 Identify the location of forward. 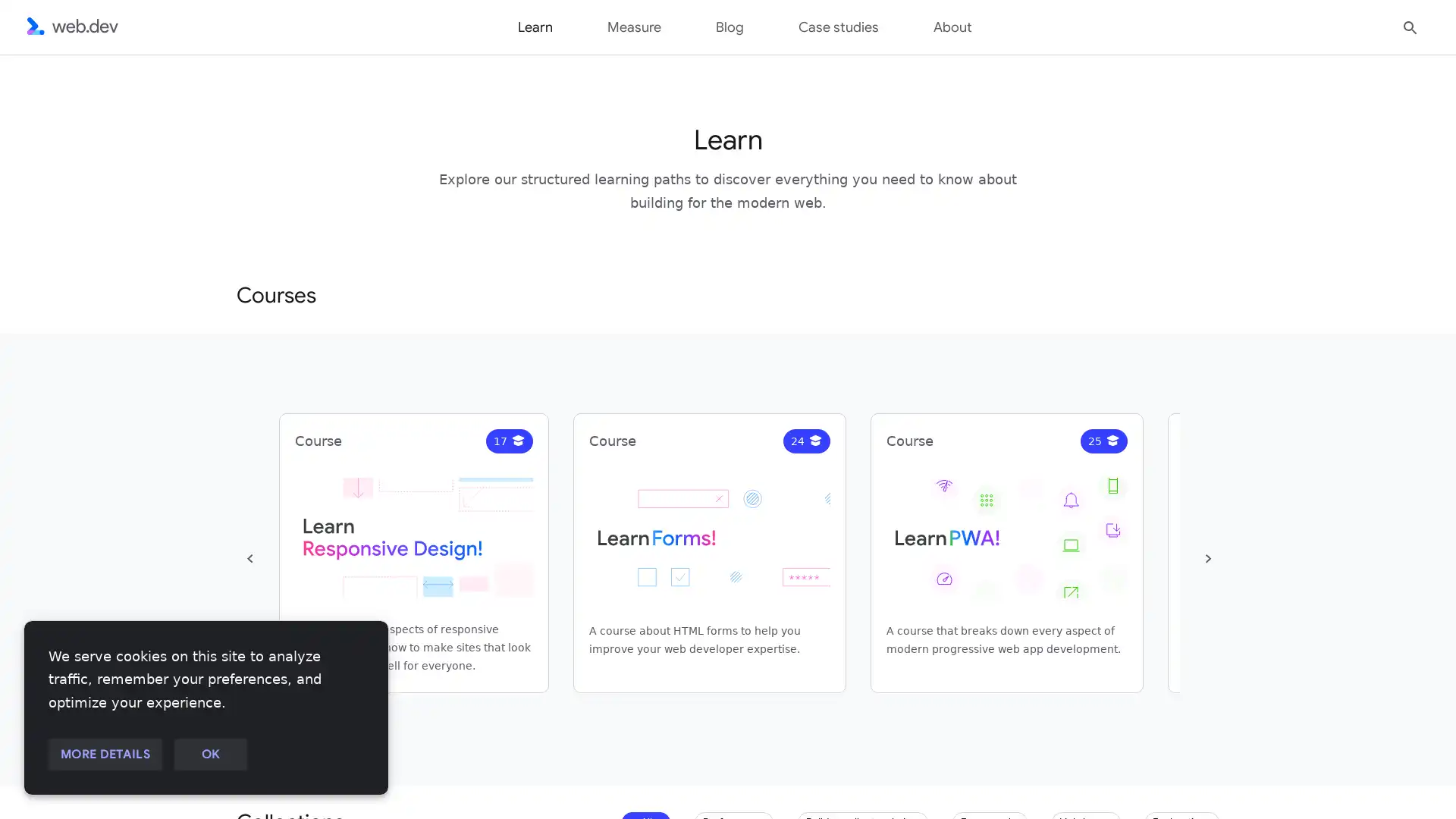
(1207, 558).